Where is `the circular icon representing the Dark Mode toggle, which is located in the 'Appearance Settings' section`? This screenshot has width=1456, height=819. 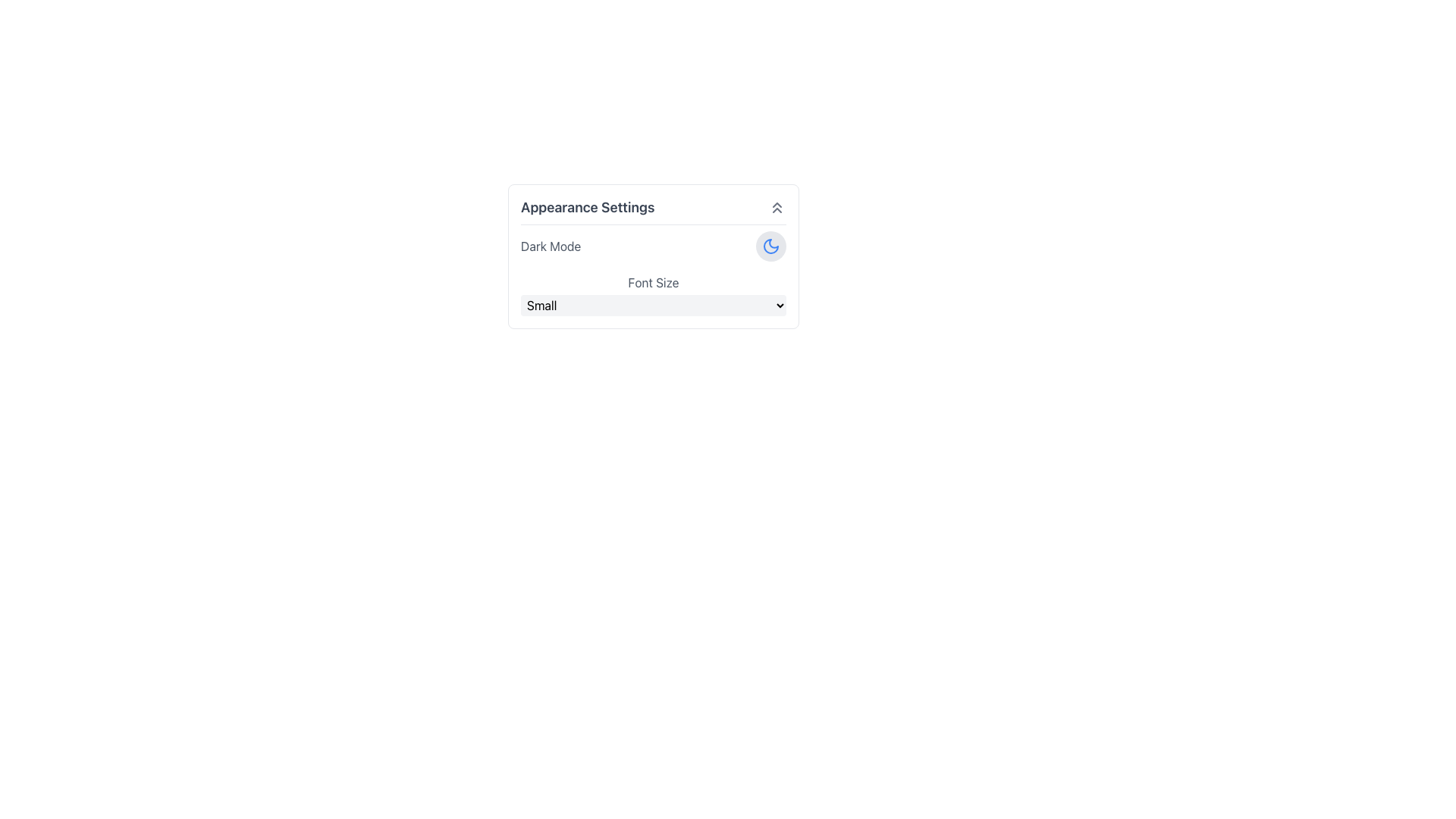 the circular icon representing the Dark Mode toggle, which is located in the 'Appearance Settings' section is located at coordinates (771, 245).